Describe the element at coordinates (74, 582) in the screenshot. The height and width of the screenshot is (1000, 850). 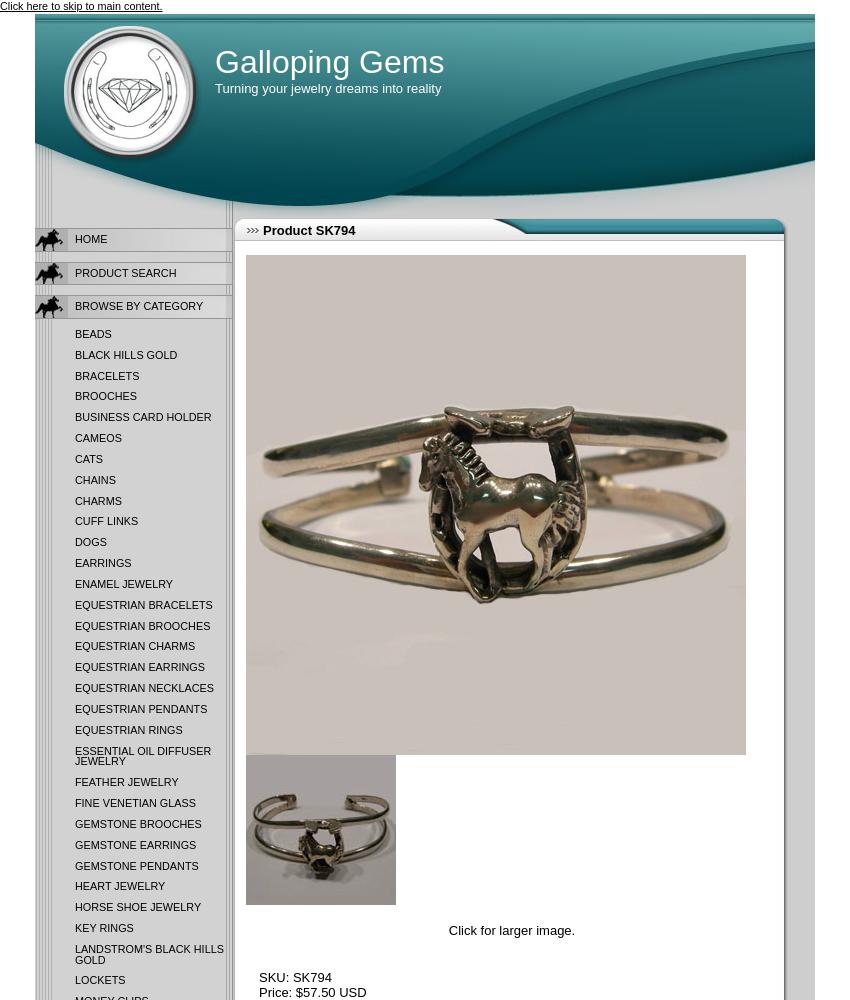
I see `'Enamel Jewelry'` at that location.